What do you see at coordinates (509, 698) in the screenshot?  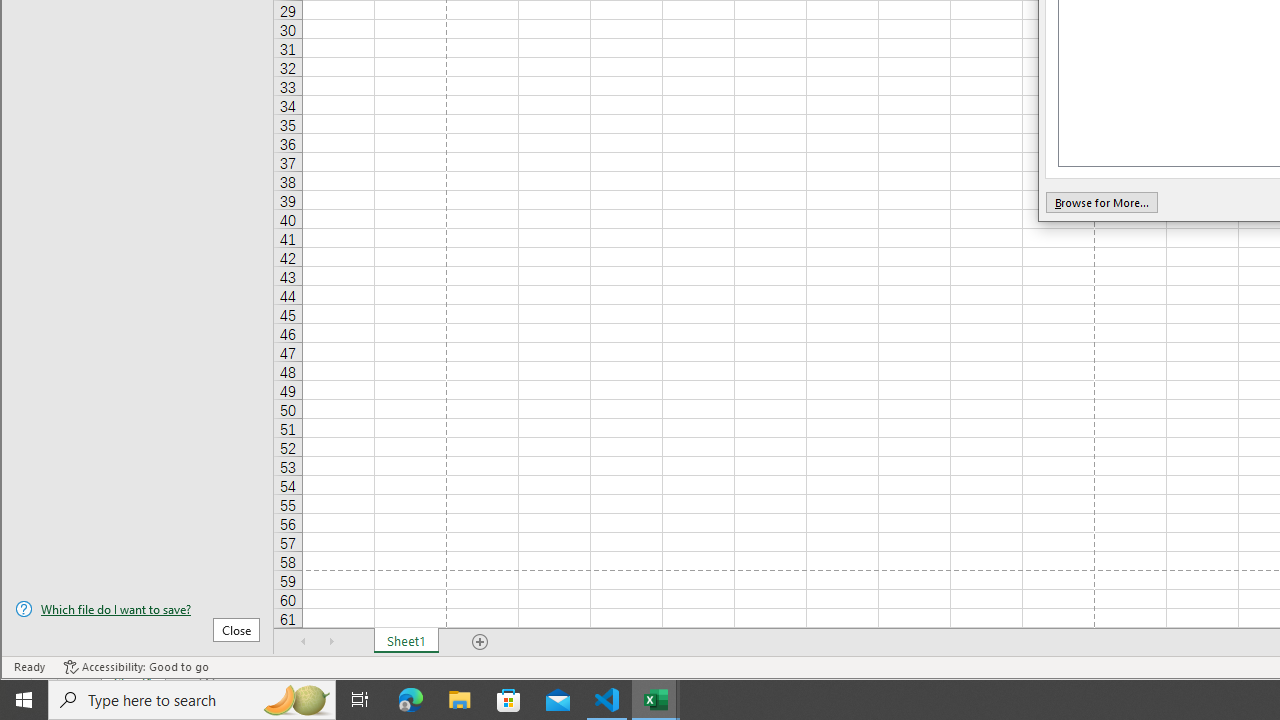 I see `'Microsoft Store'` at bounding box center [509, 698].